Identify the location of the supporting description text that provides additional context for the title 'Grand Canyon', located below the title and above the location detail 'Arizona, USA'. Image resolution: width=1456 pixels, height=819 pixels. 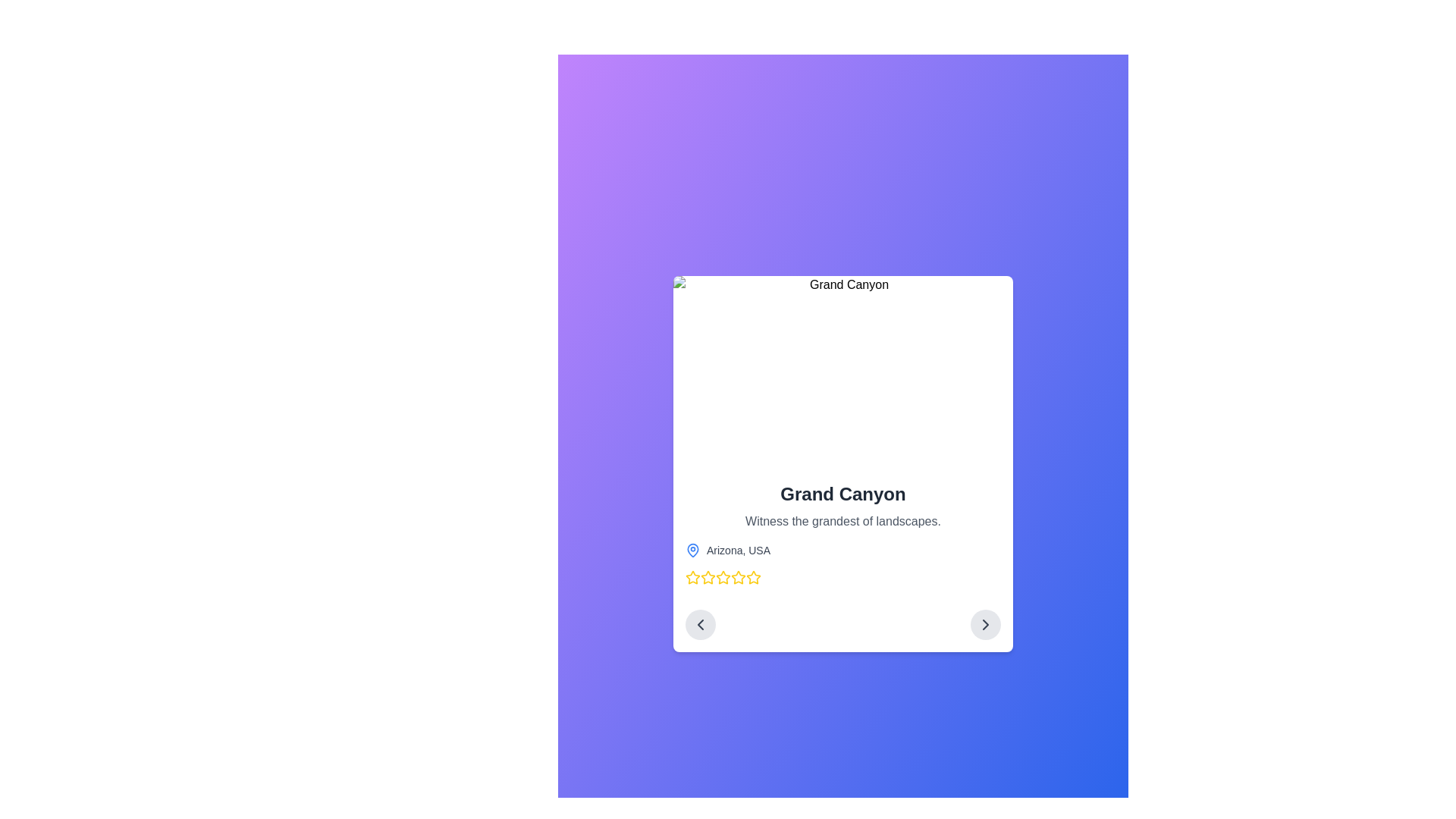
(843, 520).